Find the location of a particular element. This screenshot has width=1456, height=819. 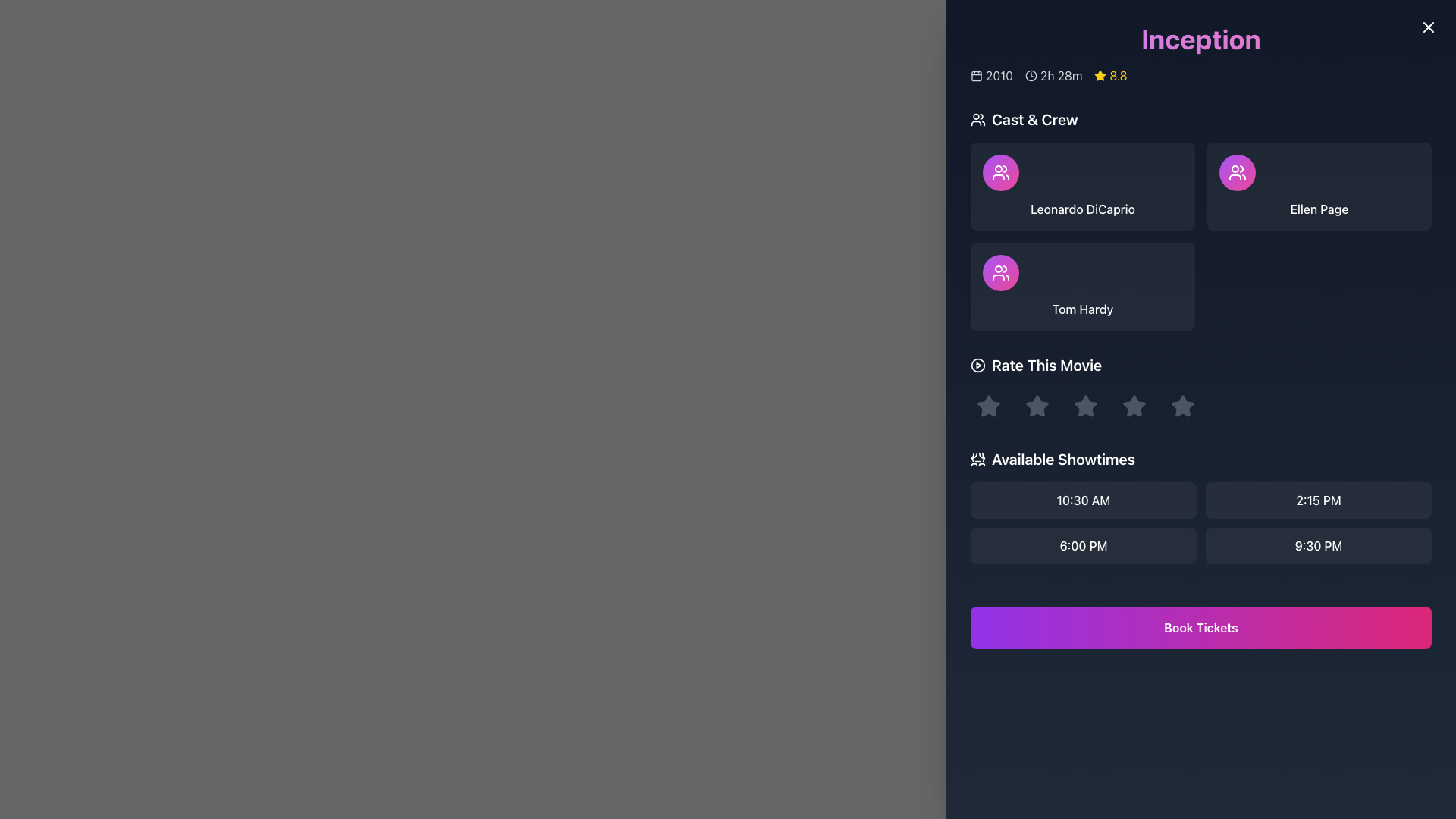

the second star-shaped rating button in the row under 'Rate This Movie' is located at coordinates (1037, 406).